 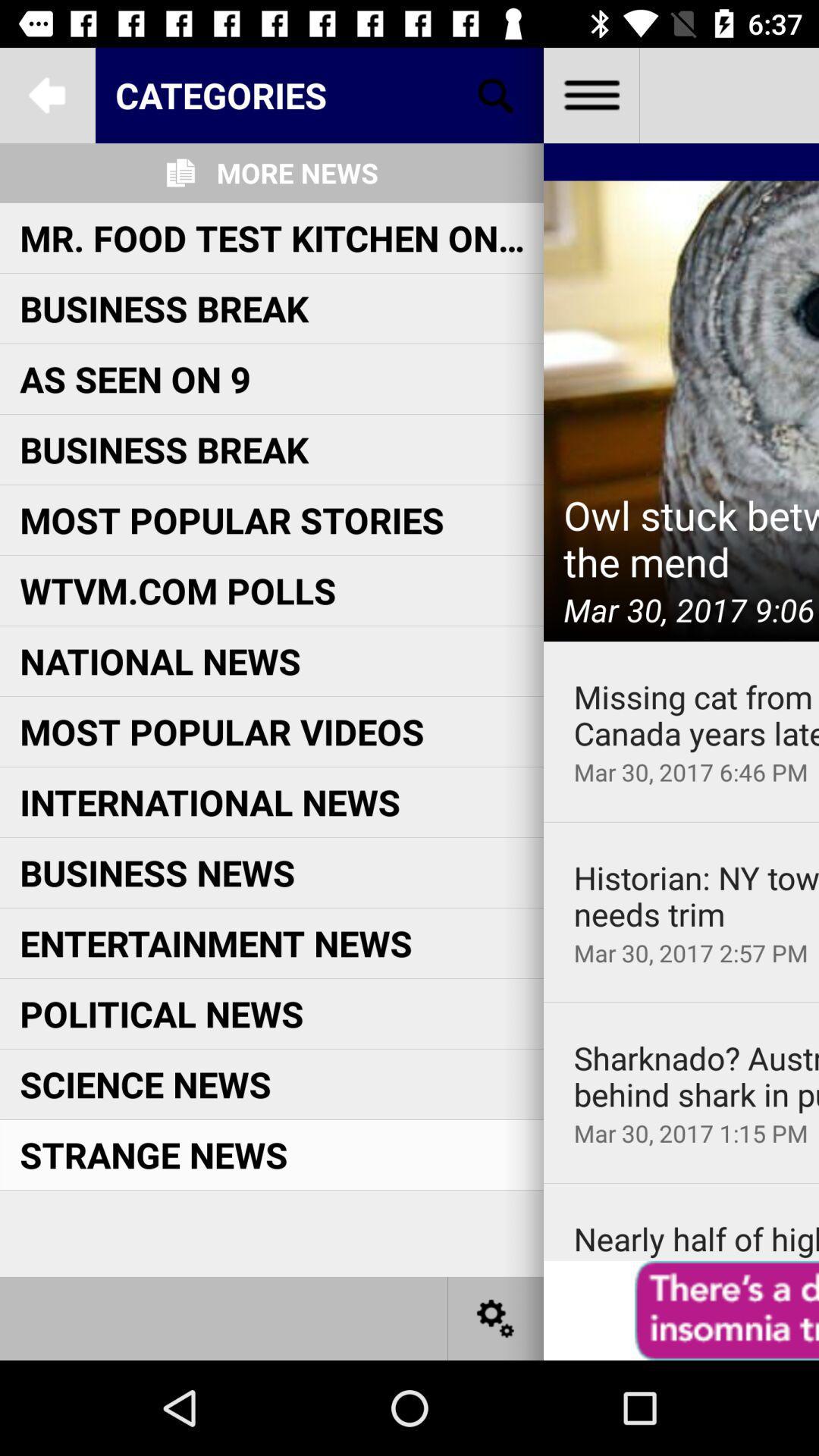 What do you see at coordinates (496, 1317) in the screenshot?
I see `the settings icon` at bounding box center [496, 1317].